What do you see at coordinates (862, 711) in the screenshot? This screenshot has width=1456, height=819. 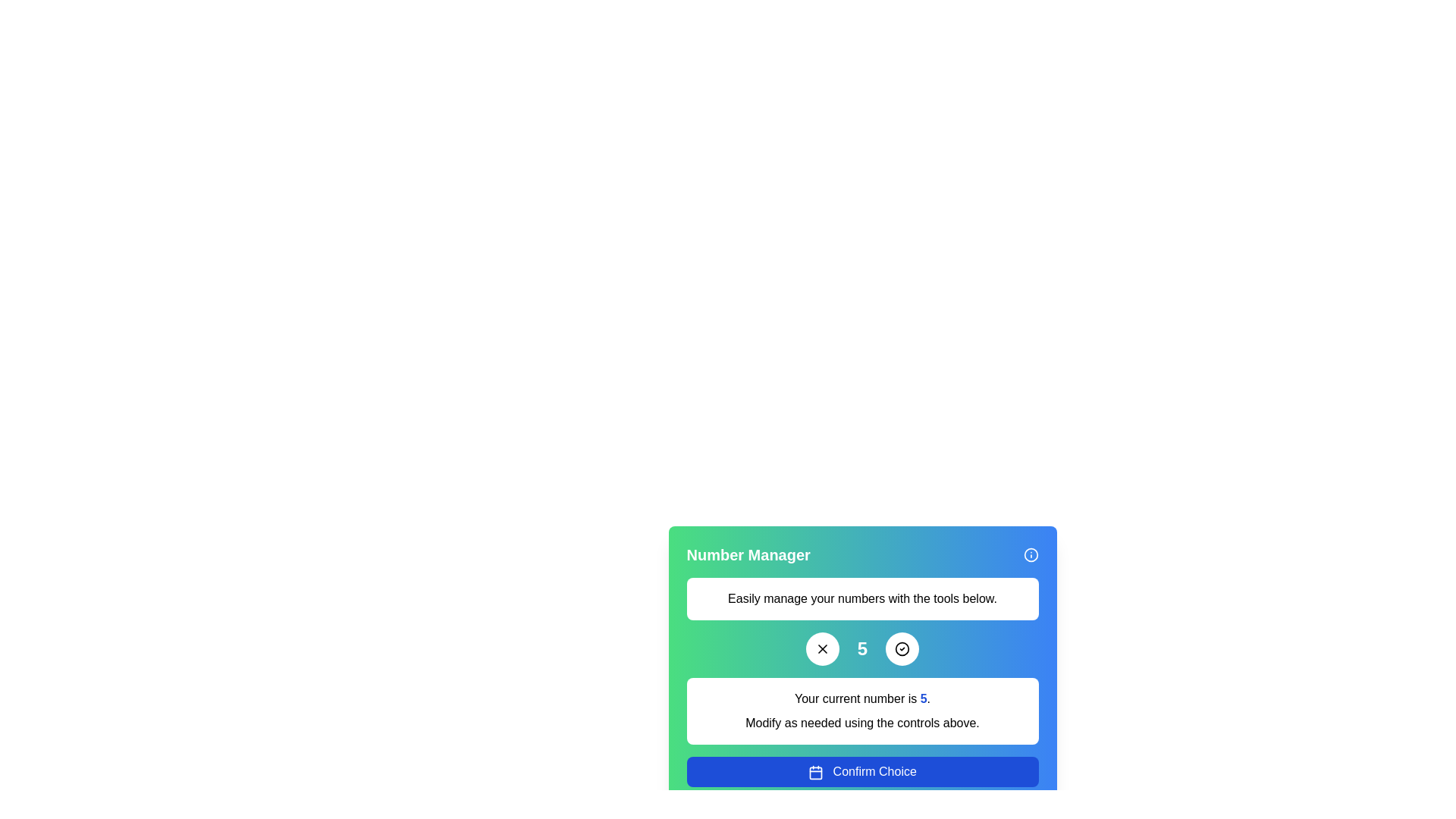 I see `the Informational text section that displays context information to the user, located below the numeric control section within the card` at bounding box center [862, 711].